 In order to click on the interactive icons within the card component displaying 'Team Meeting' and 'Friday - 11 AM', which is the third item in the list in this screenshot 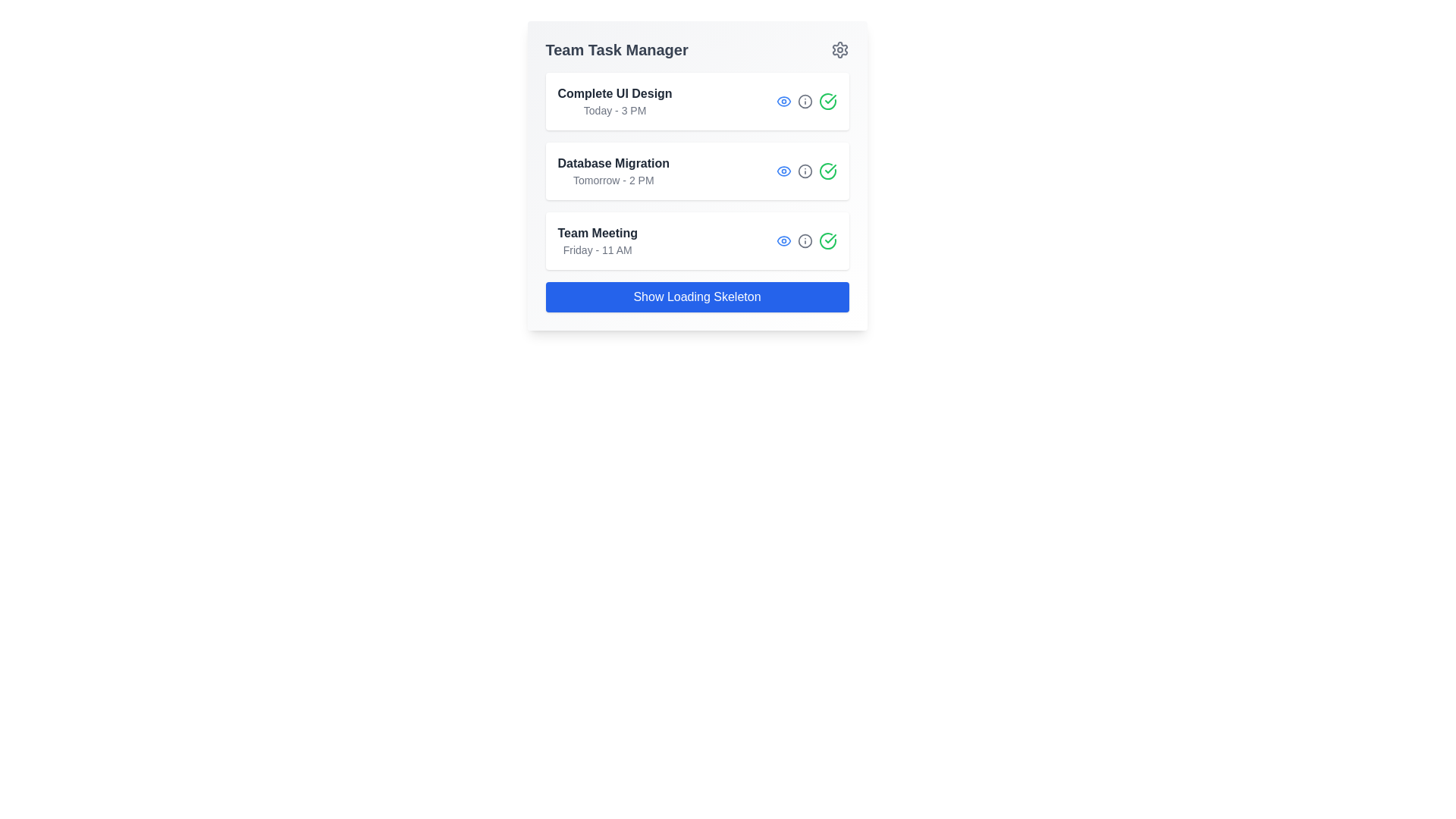, I will do `click(696, 240)`.